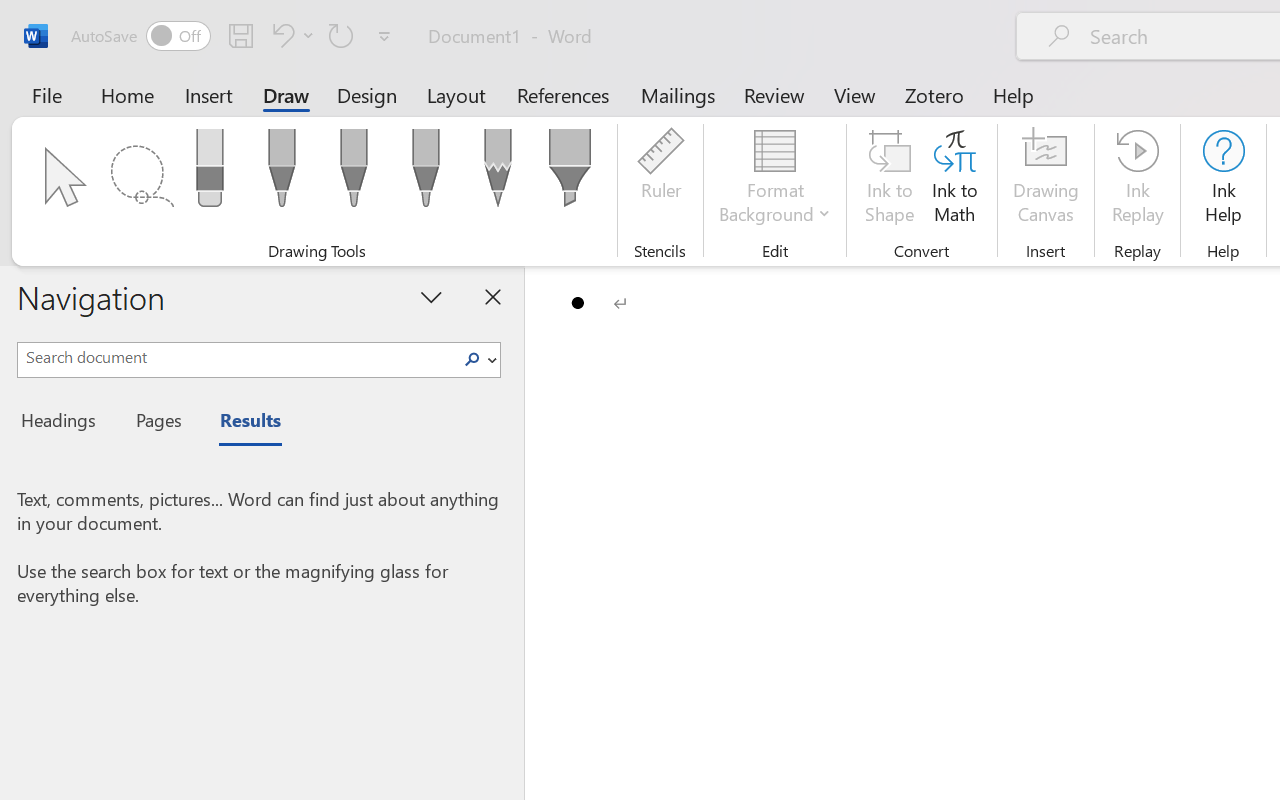  I want to click on 'Format Background', so click(774, 179).